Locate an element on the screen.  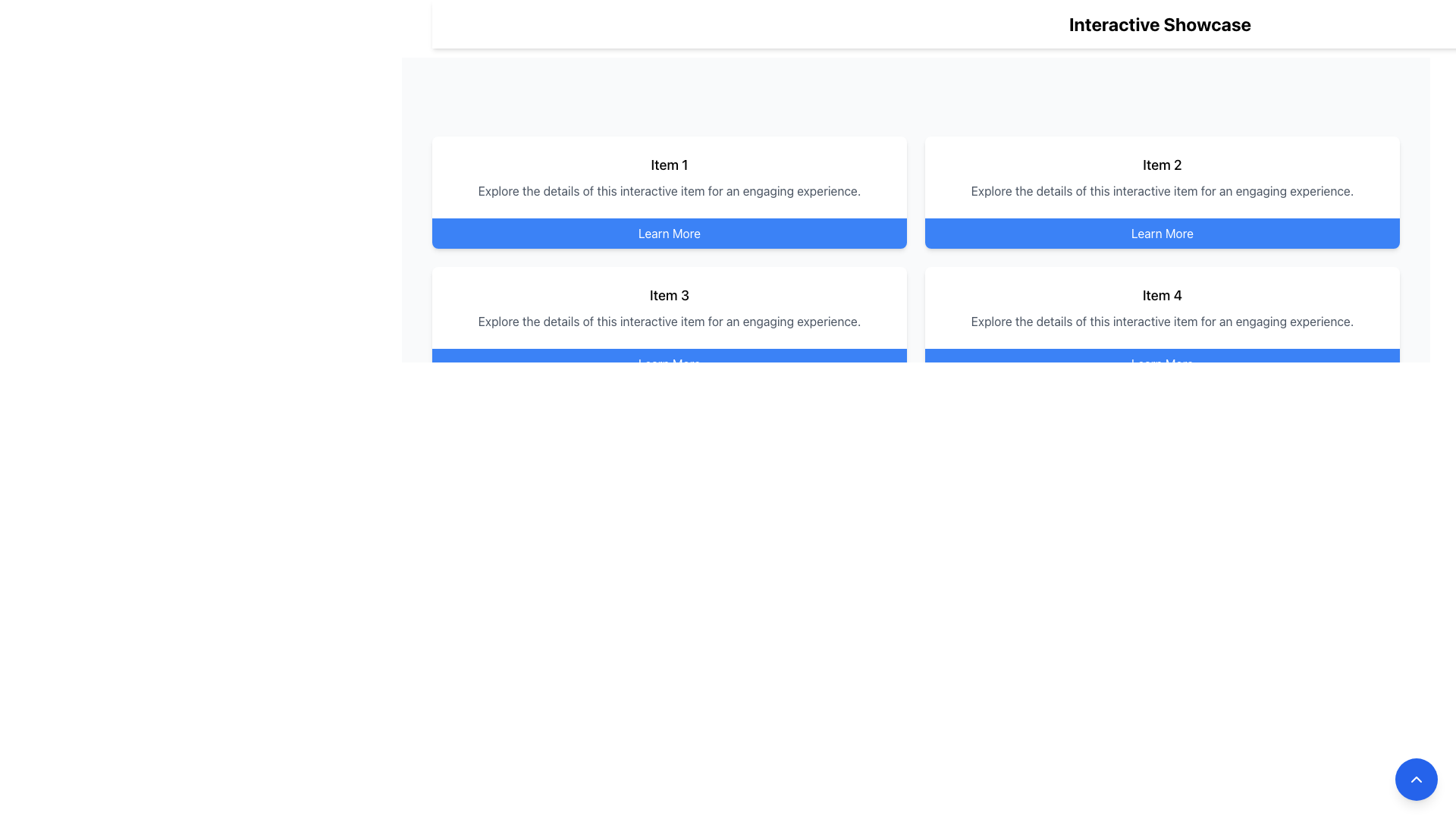
the text label that identifies the content of the third card in the interface, which is positioned horizontally centered above the descriptive text within its card is located at coordinates (669, 295).